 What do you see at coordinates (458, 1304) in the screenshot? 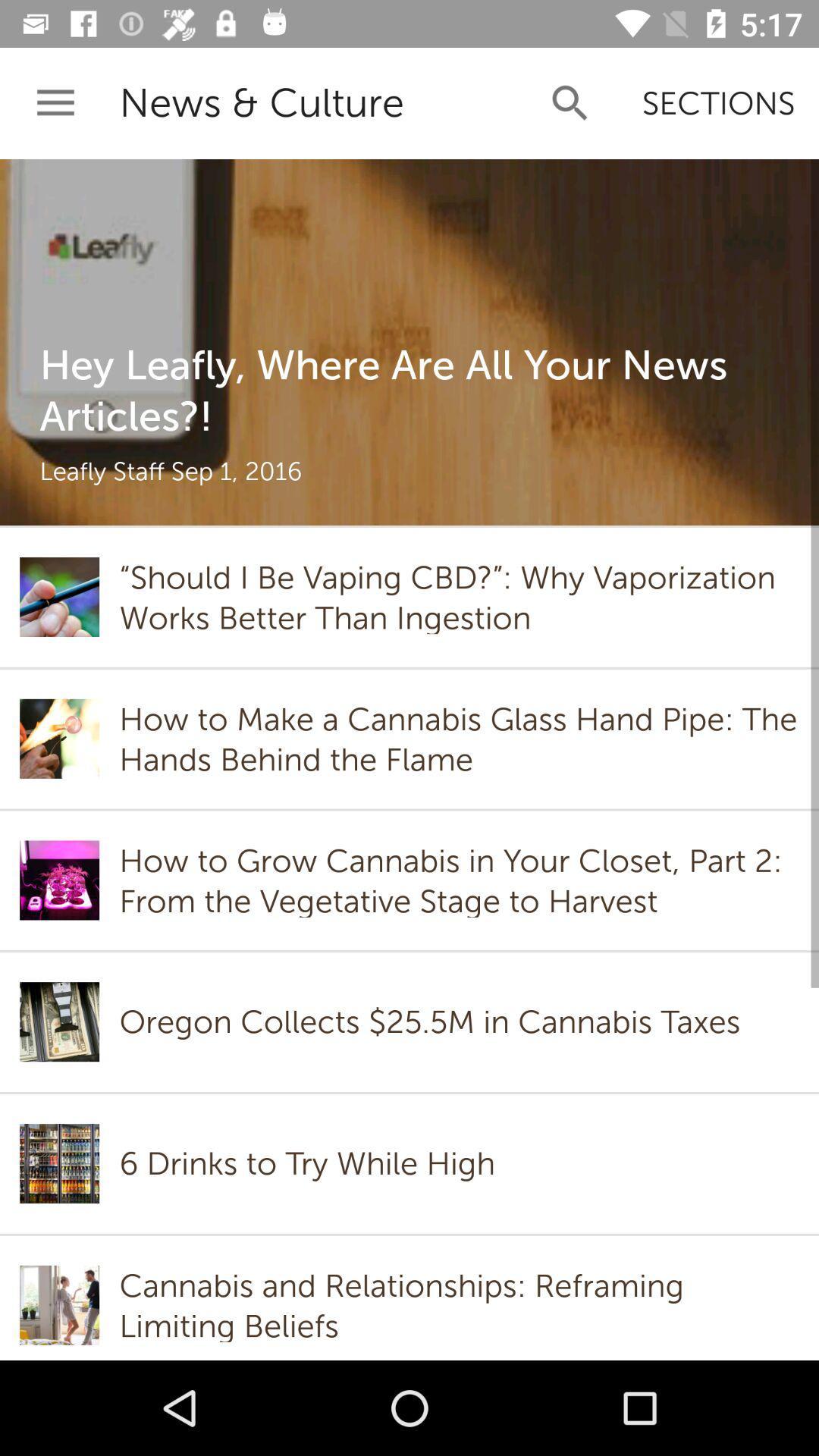
I see `icon below 6 drinks to item` at bounding box center [458, 1304].